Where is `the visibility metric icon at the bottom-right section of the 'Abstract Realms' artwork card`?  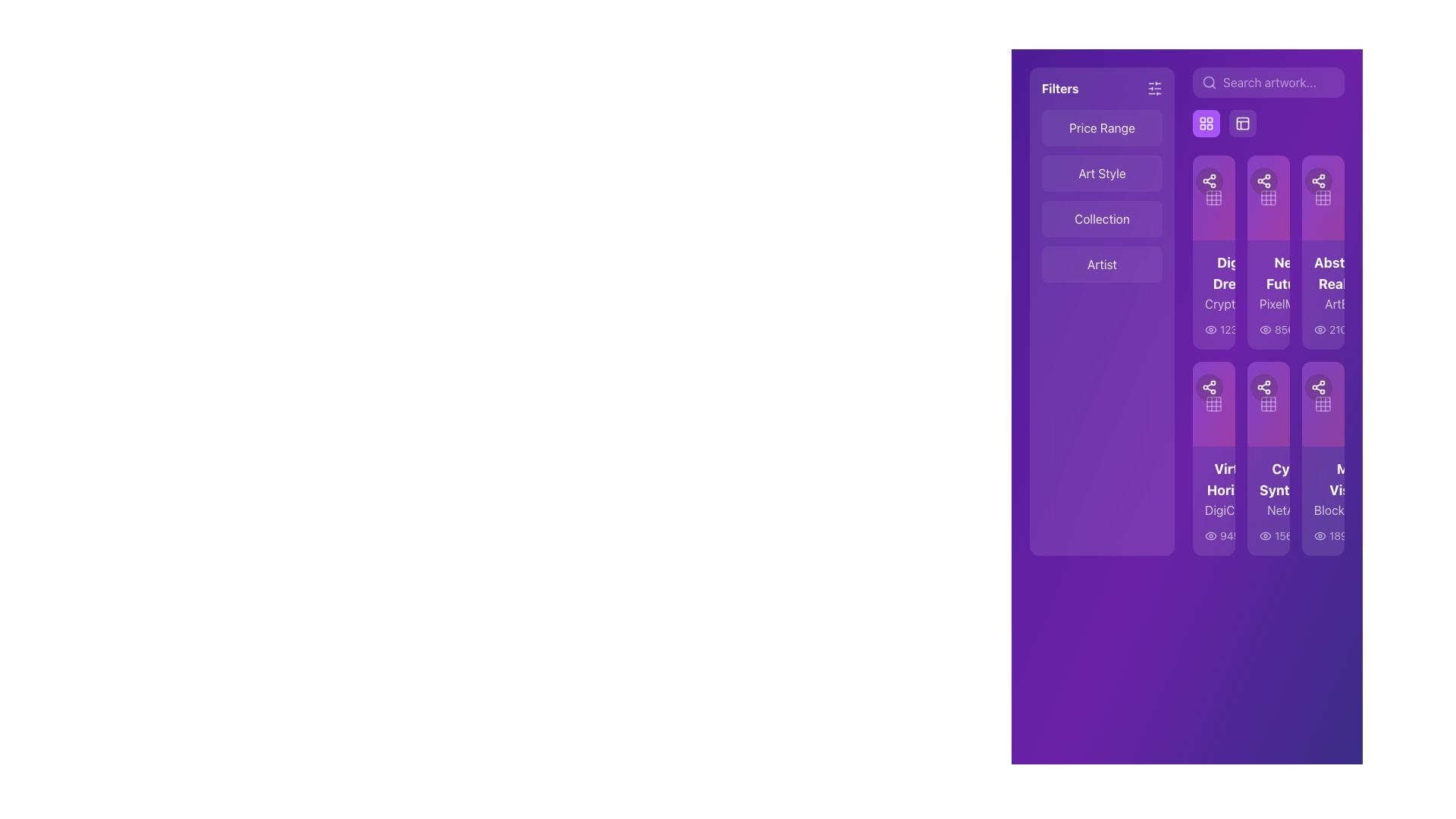
the visibility metric icon at the bottom-right section of the 'Abstract Realms' artwork card is located at coordinates (1323, 329).